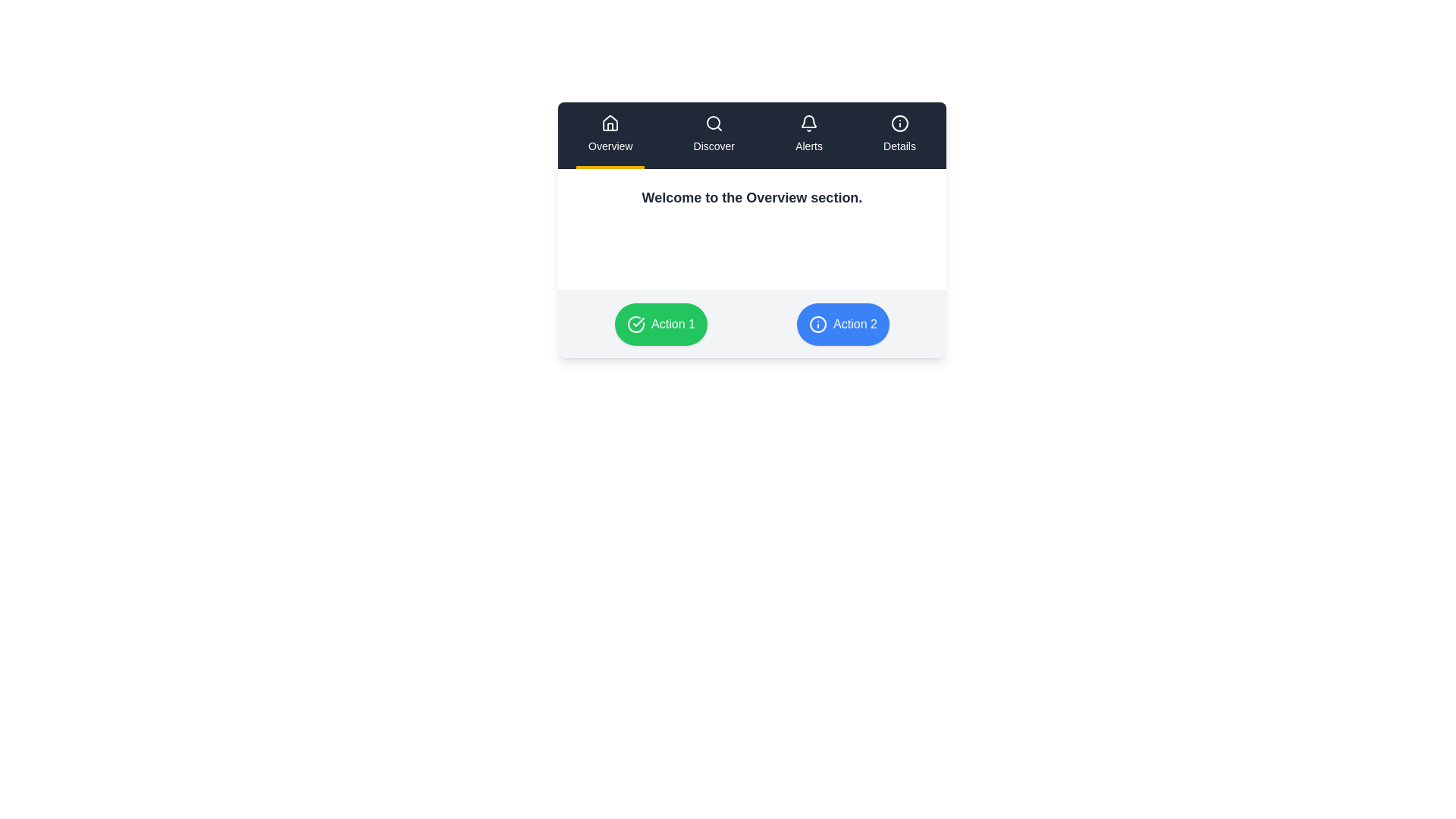 This screenshot has width=1456, height=819. What do you see at coordinates (817, 324) in the screenshot?
I see `the circular info icon with a blue background, which contains the letter 'i', located to the right of the 'Action 1' button at the bottom of the panel` at bounding box center [817, 324].